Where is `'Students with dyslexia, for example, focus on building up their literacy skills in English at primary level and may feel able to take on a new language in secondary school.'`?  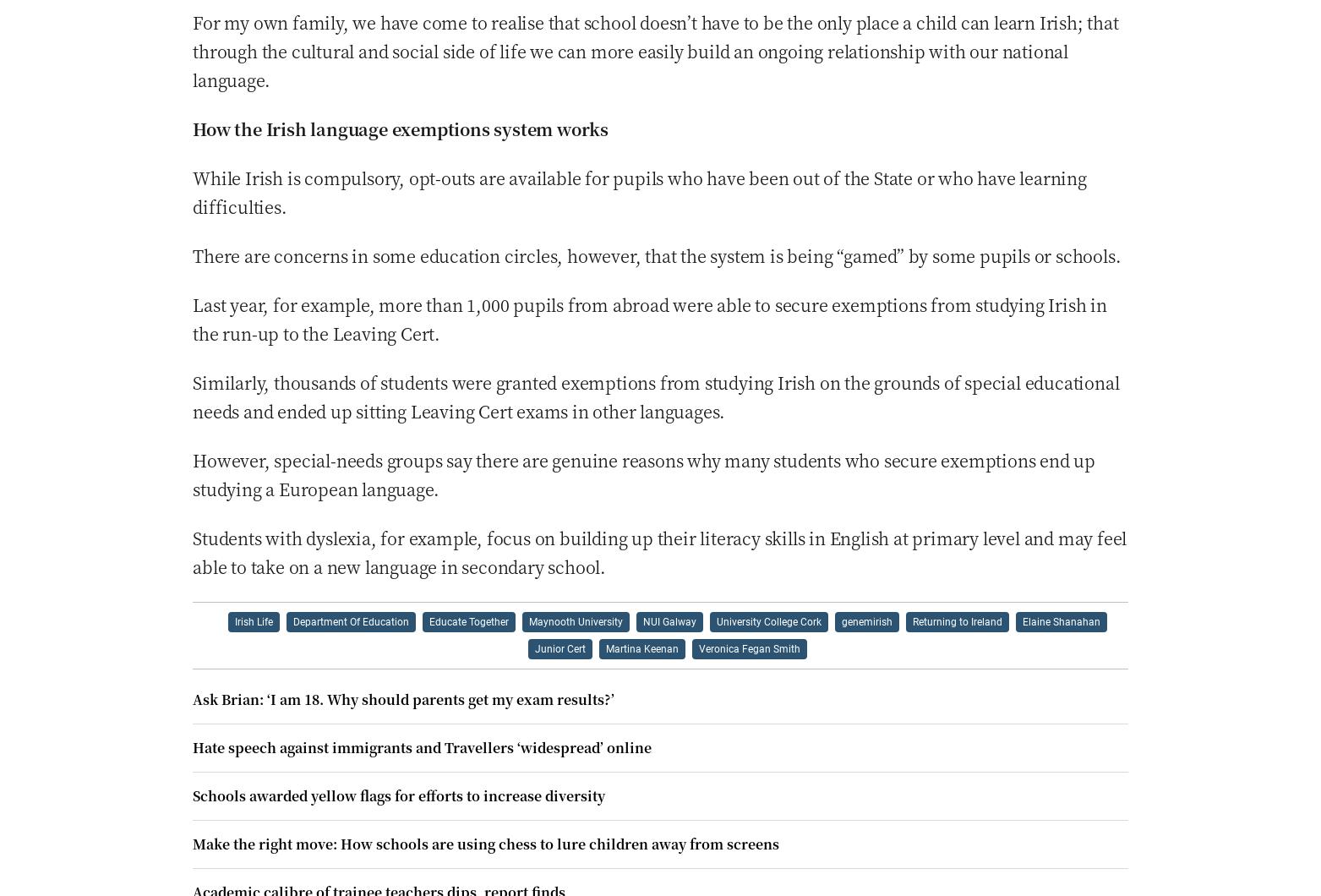 'Students with dyslexia, for example, focus on building up their literacy skills in English at primary level and may feel able to take on a new language in secondary school.' is located at coordinates (659, 551).